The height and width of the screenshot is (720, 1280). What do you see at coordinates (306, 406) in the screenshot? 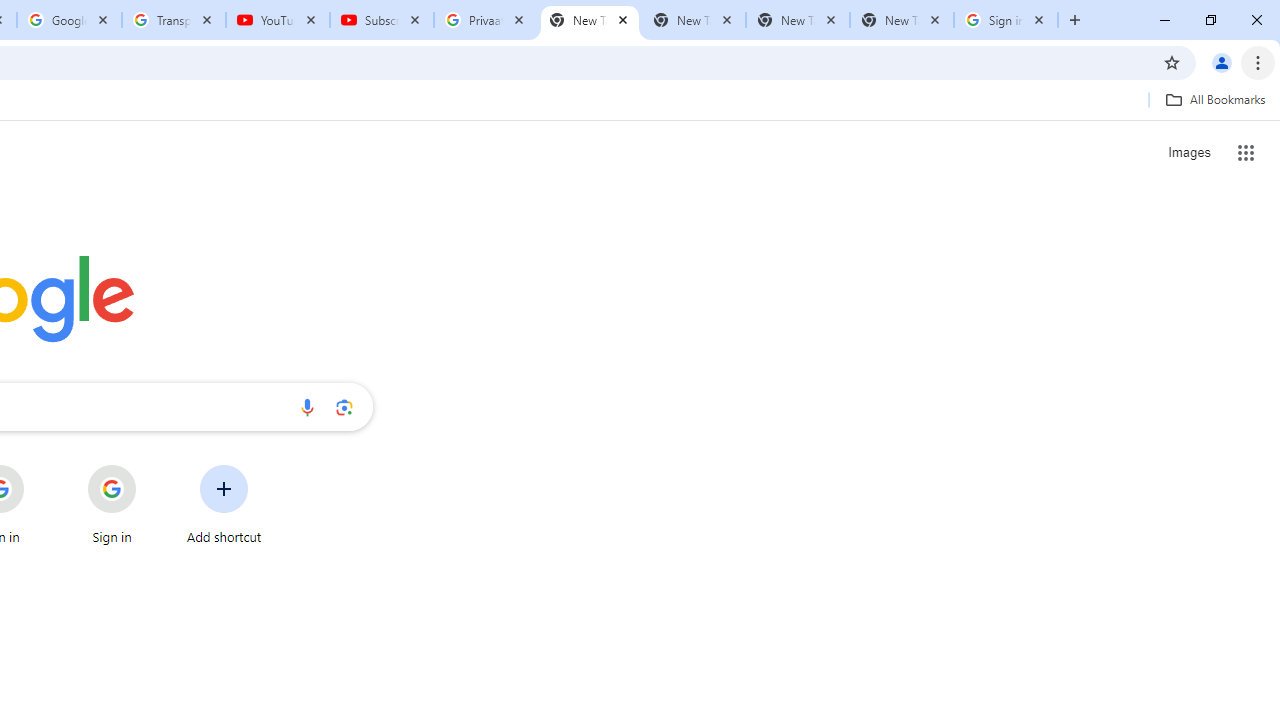
I see `'Search by voice'` at bounding box center [306, 406].